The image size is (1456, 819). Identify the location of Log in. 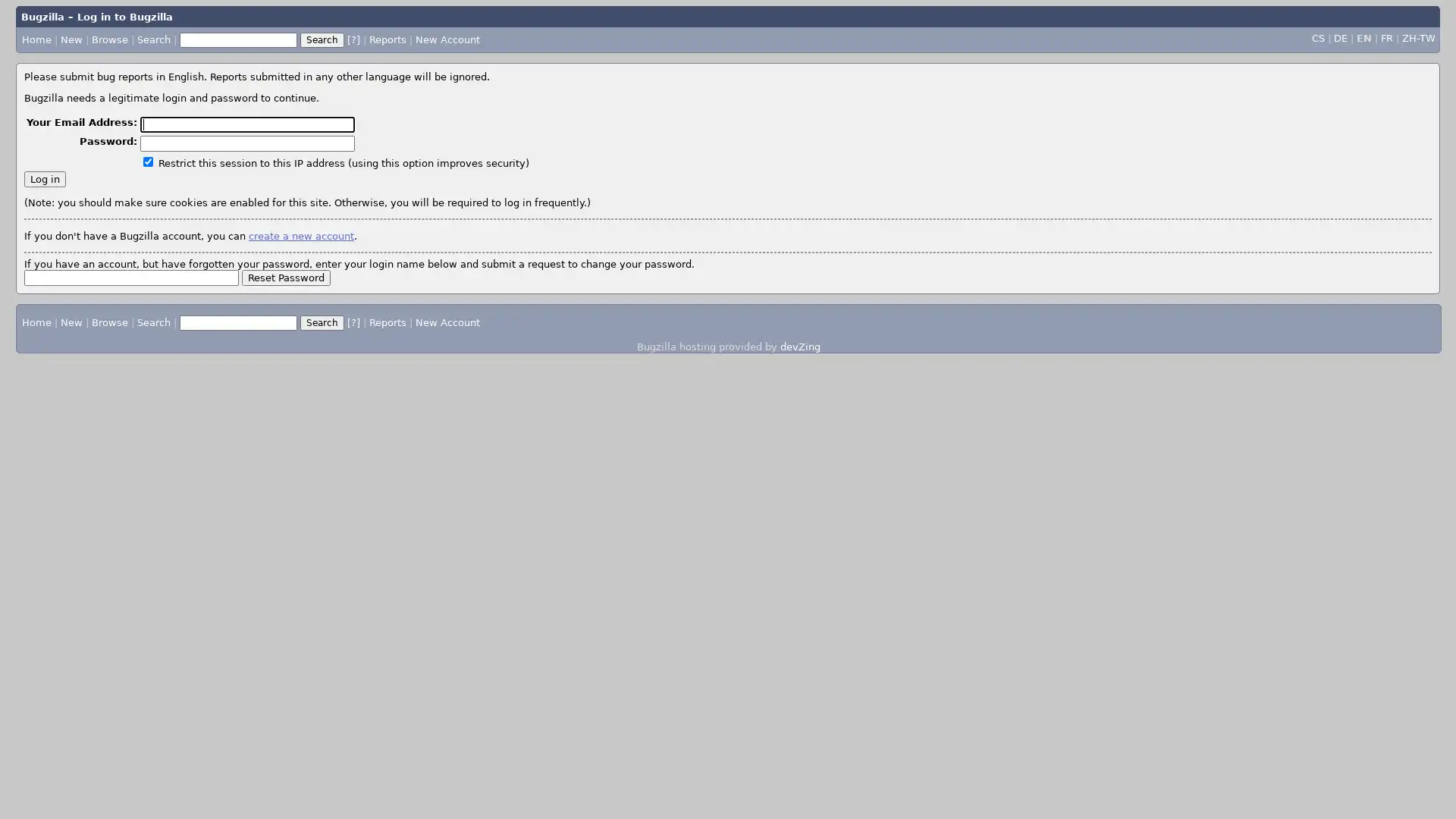
(45, 177).